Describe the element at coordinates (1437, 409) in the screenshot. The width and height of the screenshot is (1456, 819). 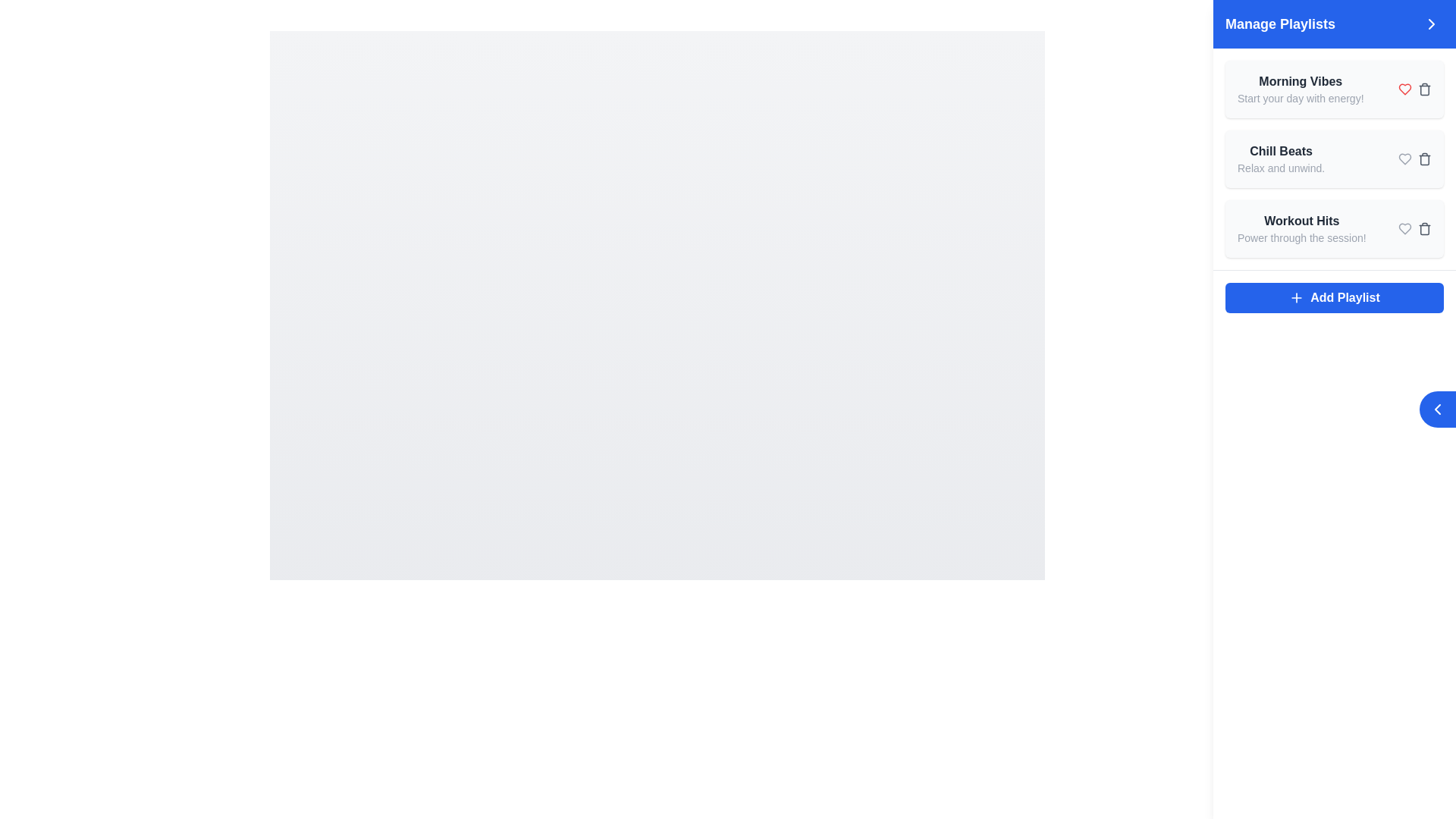
I see `the small left-pointing chevron-shaped icon, which is part of an SVG graphic styled in a stroke format, located in the top-right corner of the interface` at that location.